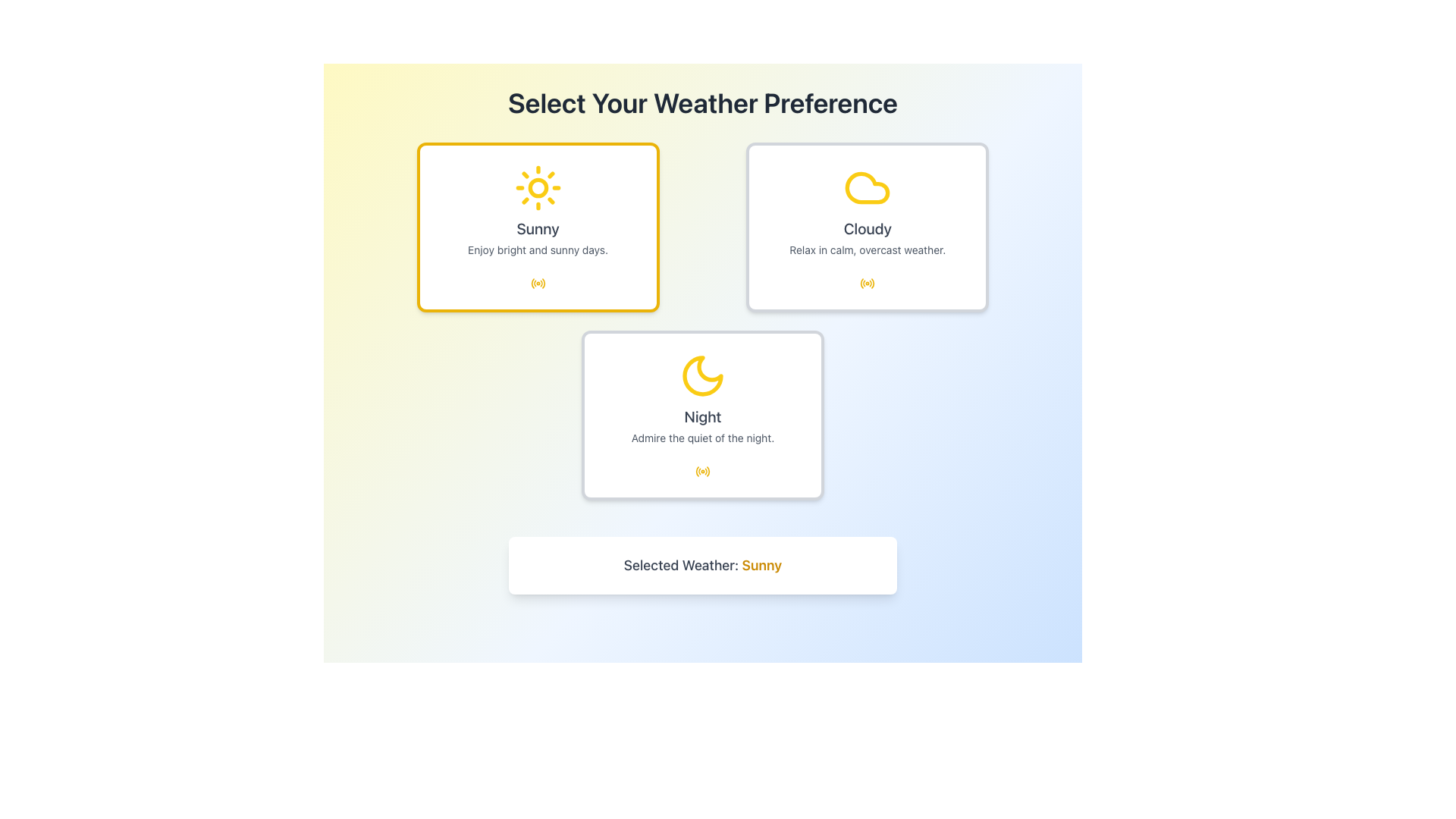 This screenshot has height=819, width=1456. Describe the element at coordinates (538, 228) in the screenshot. I see `the Text Label that describes the weather condition as 'Sunny', which is positioned below the sun icon and above the text 'Enjoy bright and sunny days.'` at that location.